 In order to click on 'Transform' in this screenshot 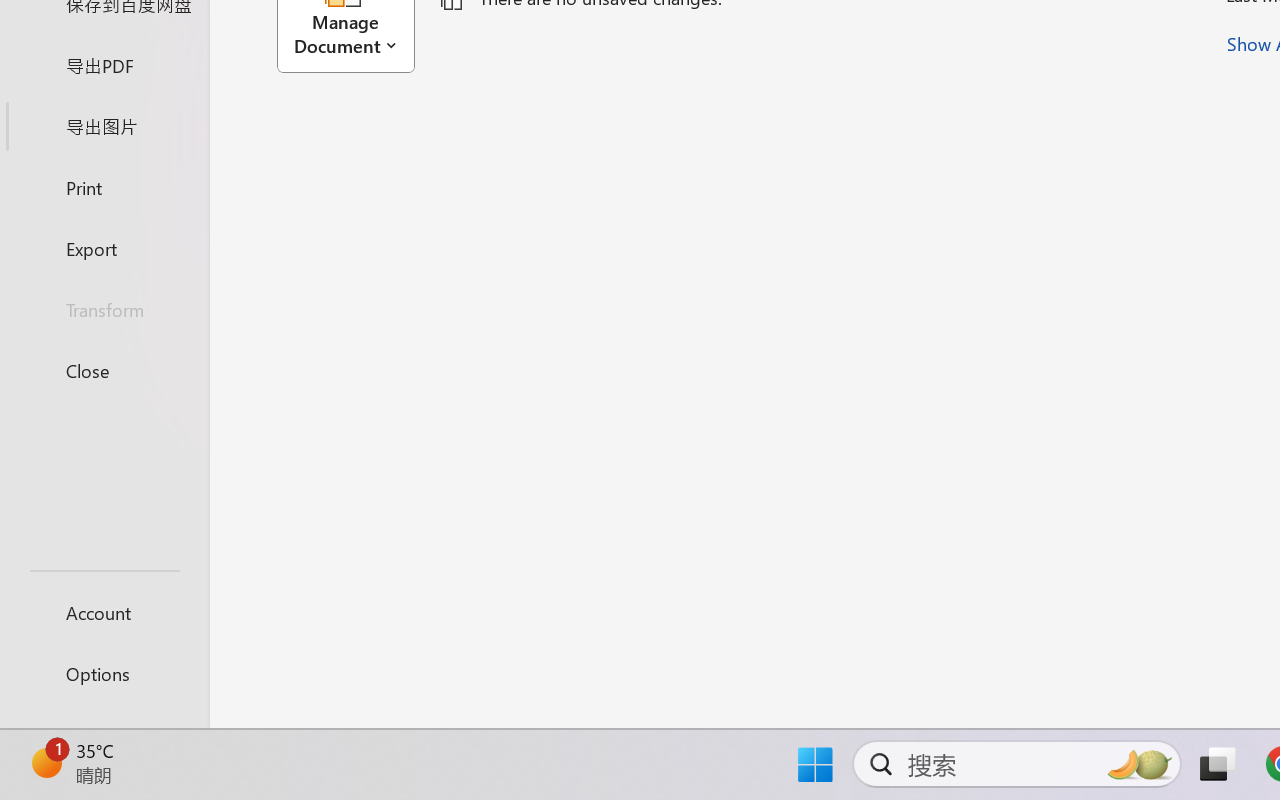, I will do `click(103, 308)`.